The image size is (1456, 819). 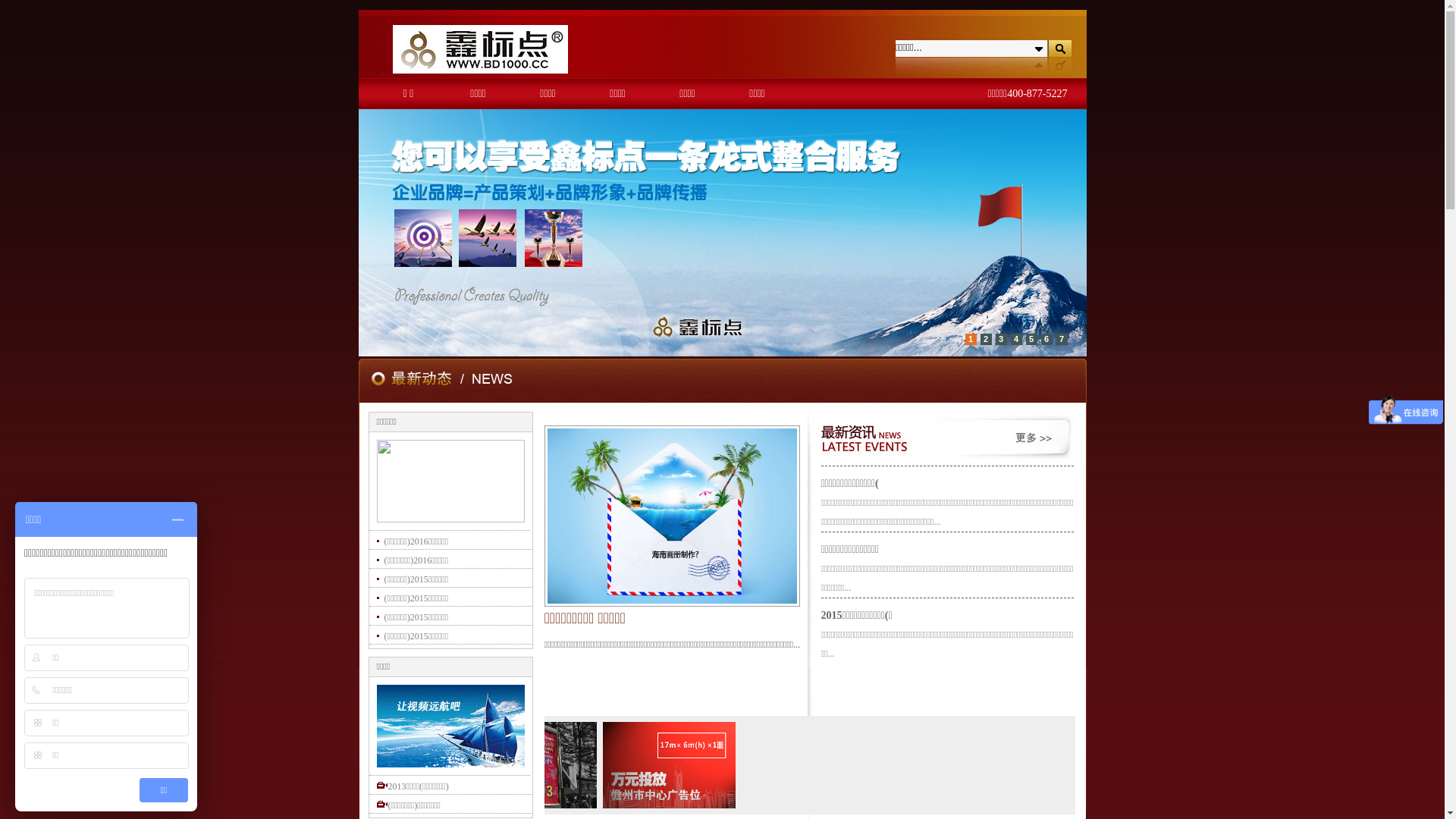 I want to click on '1', so click(x=969, y=338).